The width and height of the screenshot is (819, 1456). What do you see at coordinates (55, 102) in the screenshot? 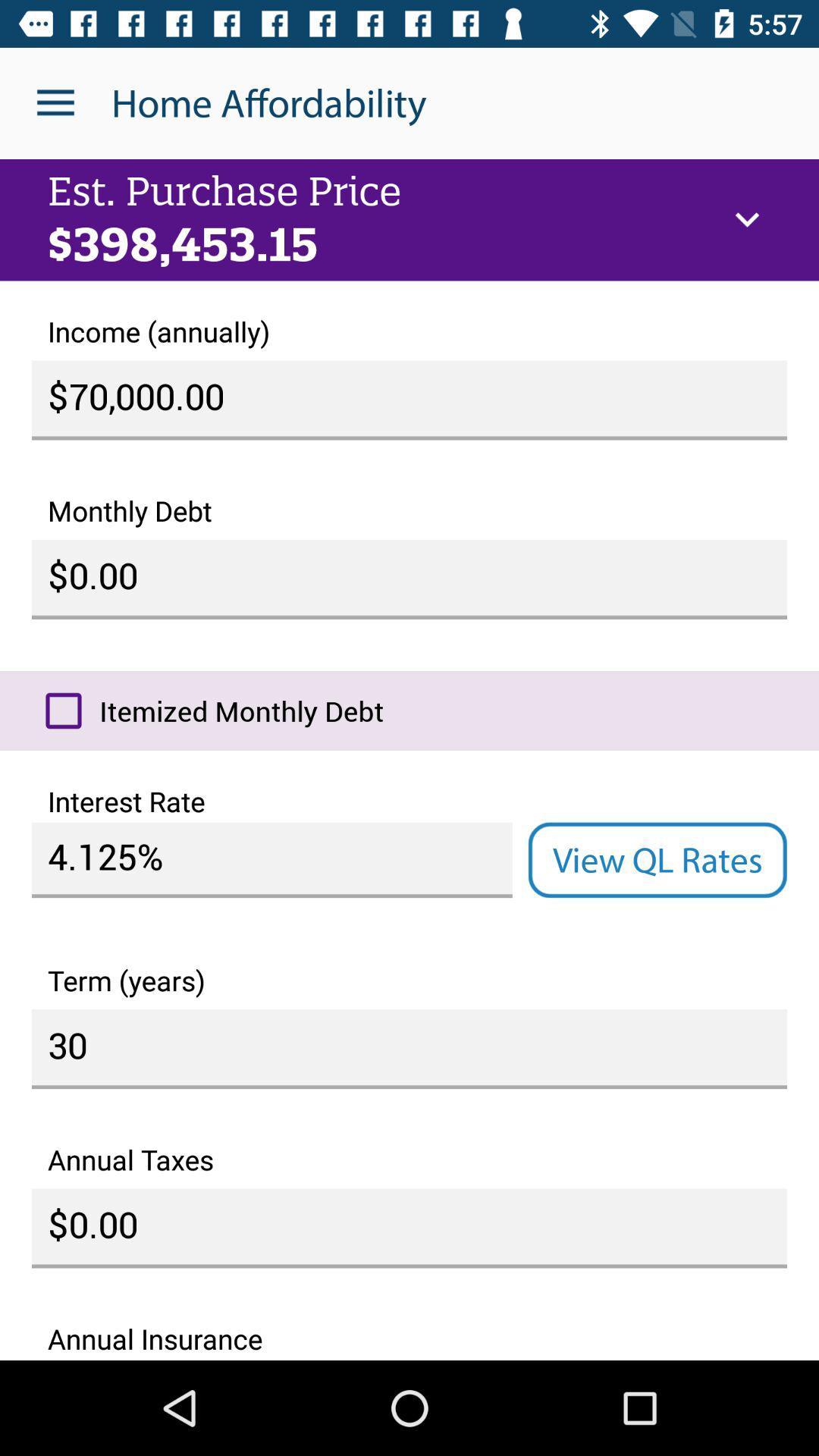
I see `the icon next to home affordability item` at bounding box center [55, 102].